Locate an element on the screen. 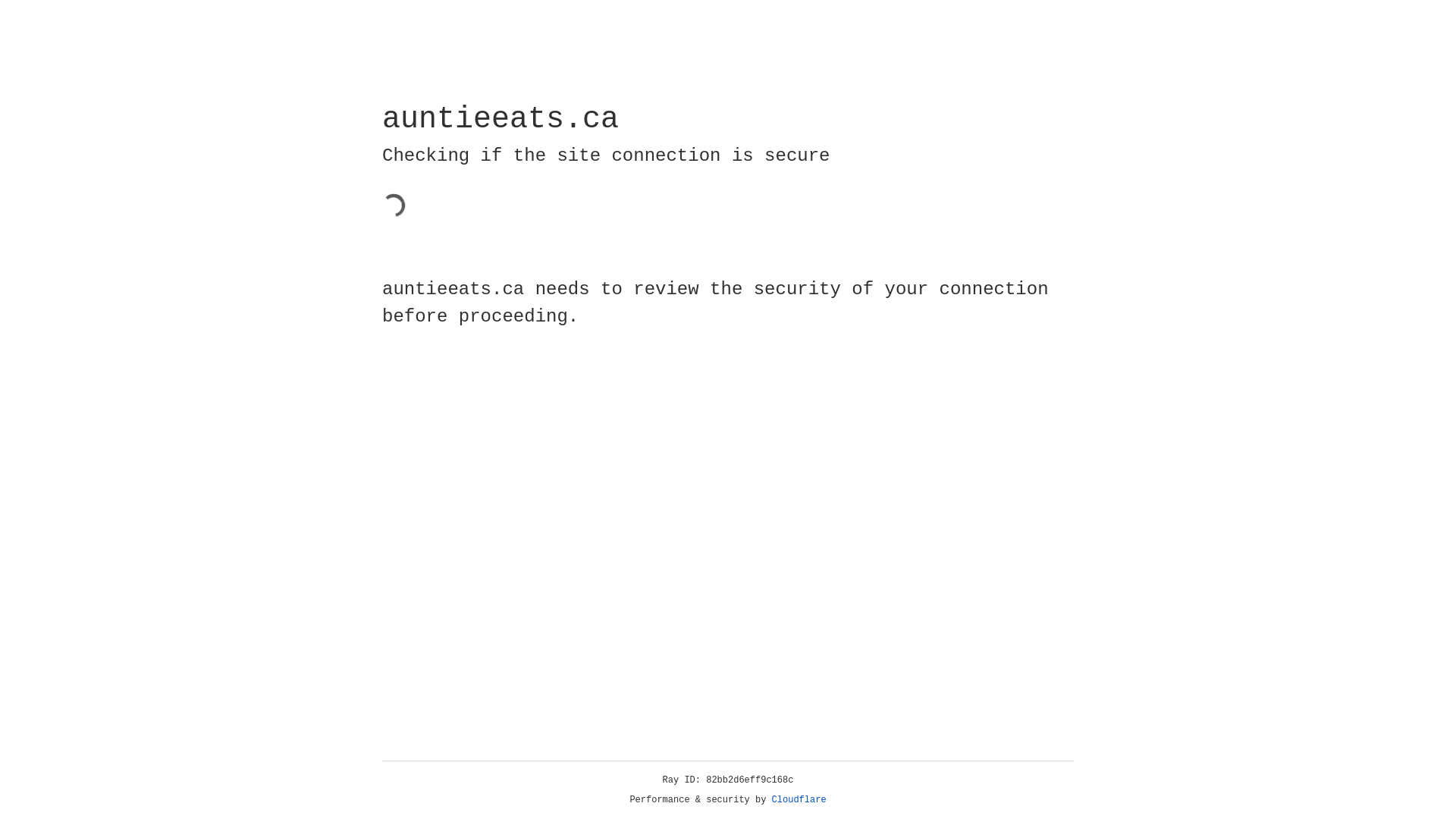 The height and width of the screenshot is (819, 1456). 'Cloudflare' is located at coordinates (799, 799).